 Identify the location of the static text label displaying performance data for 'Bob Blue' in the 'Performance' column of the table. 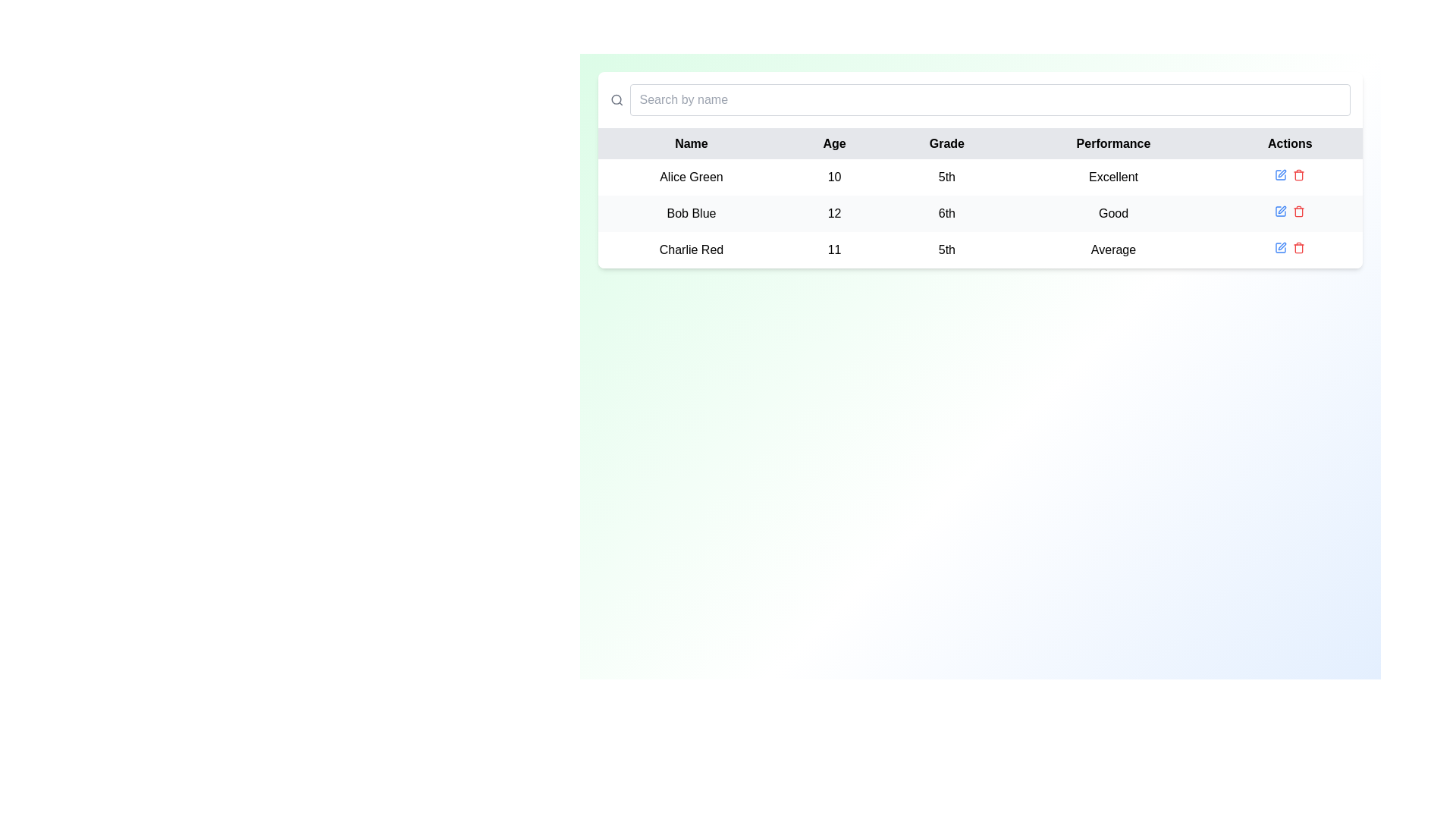
(1113, 213).